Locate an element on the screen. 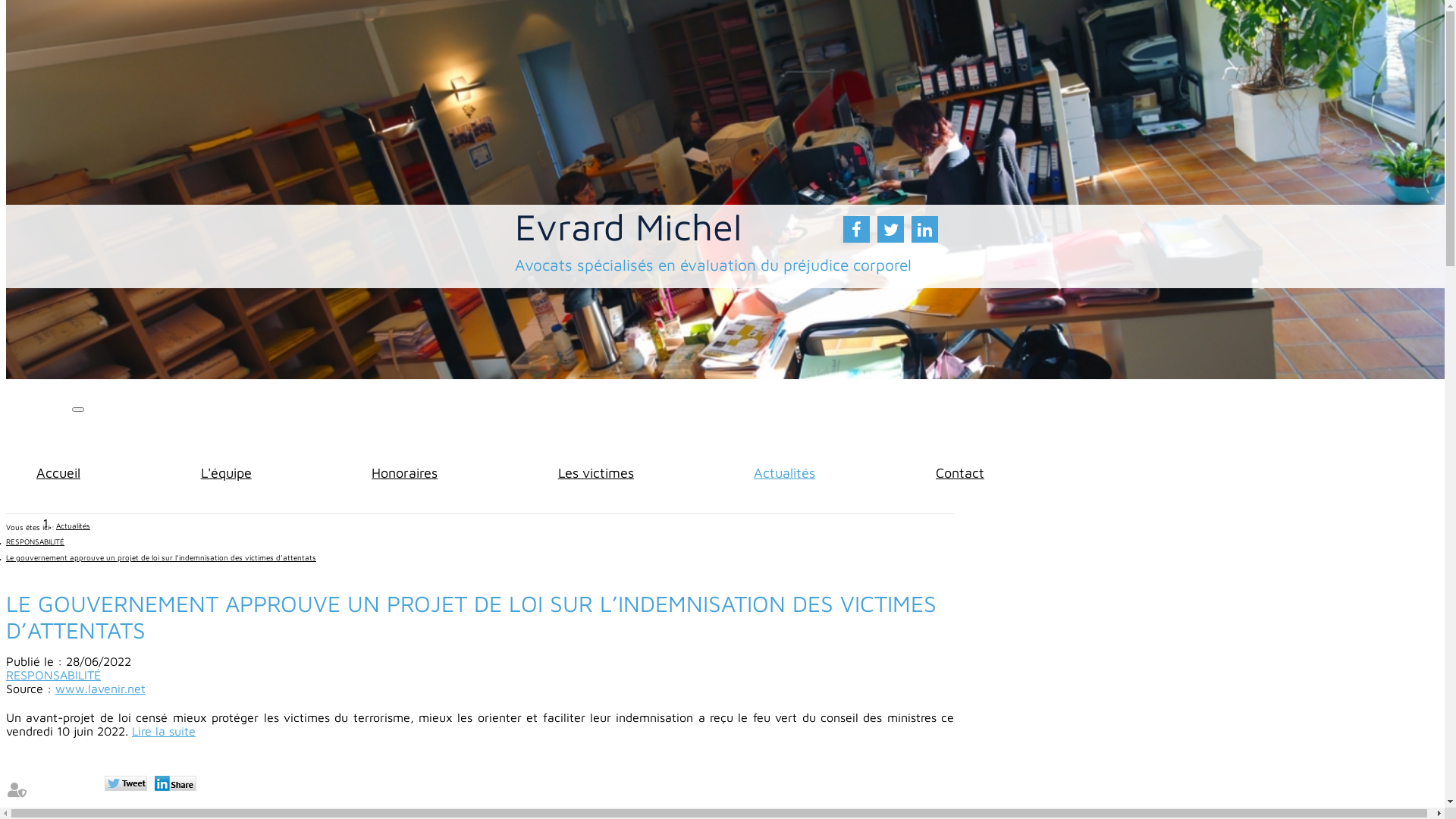 Image resolution: width=1456 pixels, height=819 pixels. 'facebook' is located at coordinates (856, 229).